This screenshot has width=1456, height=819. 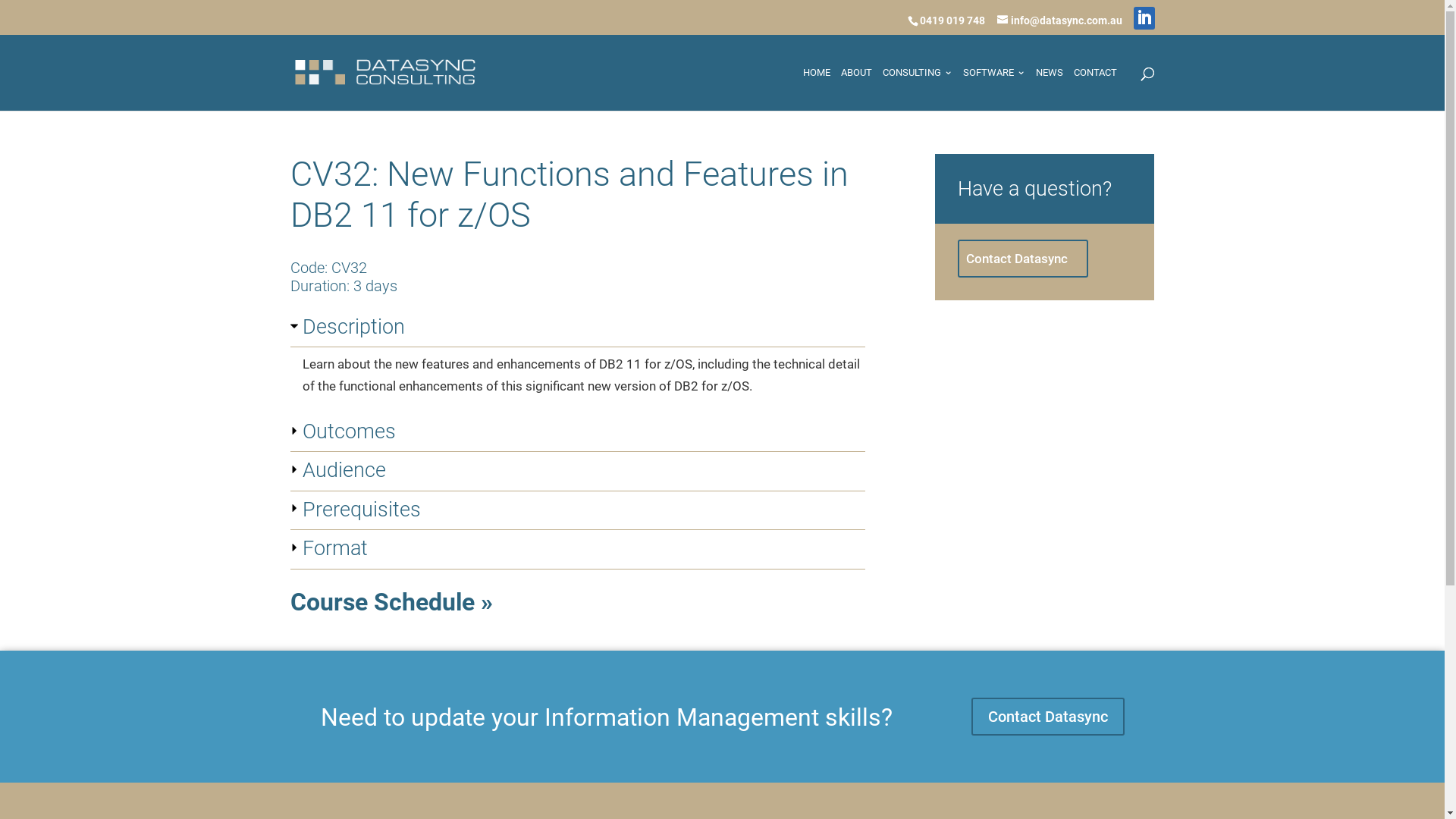 I want to click on '0419 019 748', so click(x=950, y=20).